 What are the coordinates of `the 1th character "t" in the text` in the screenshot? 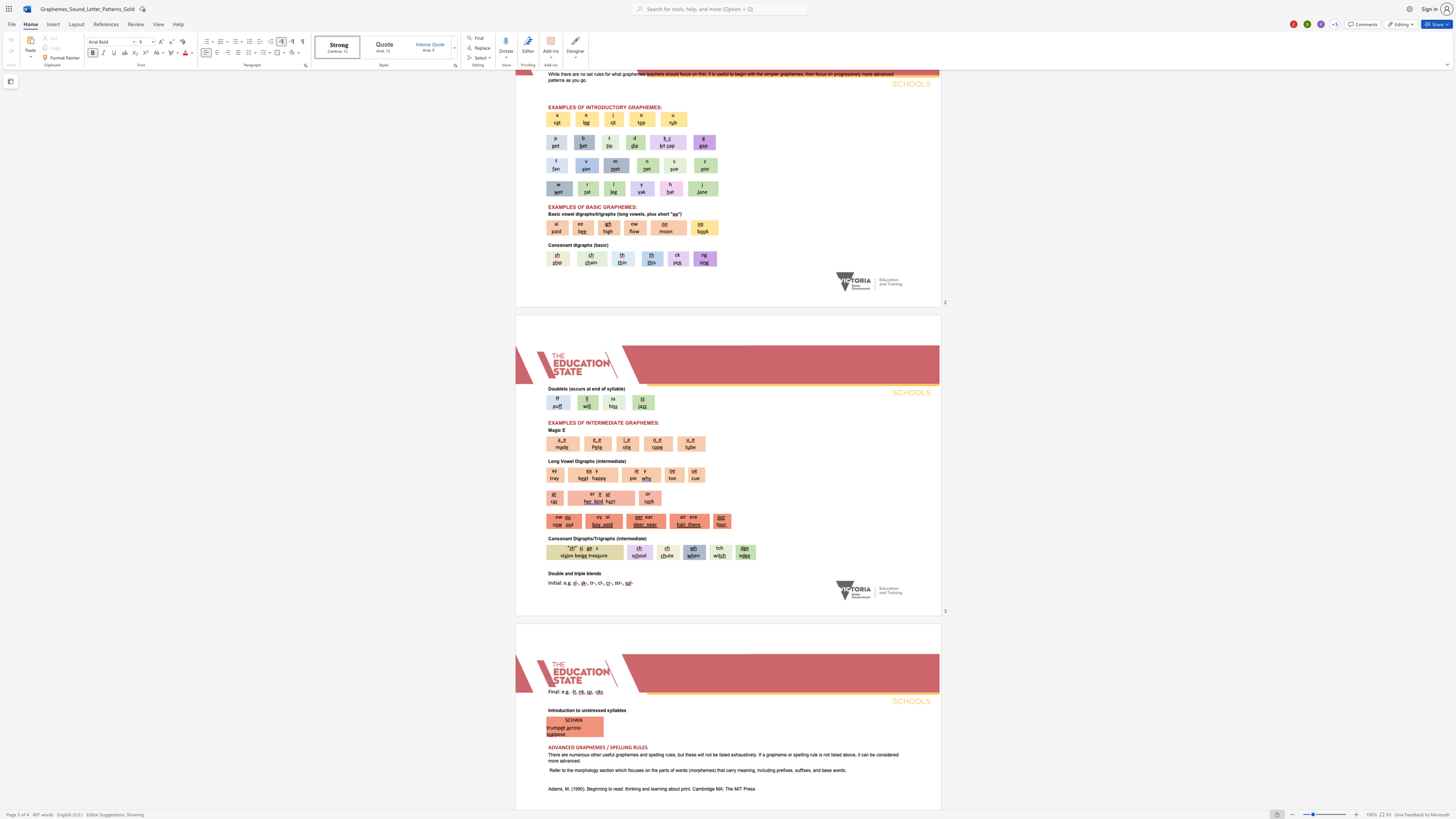 It's located at (590, 582).